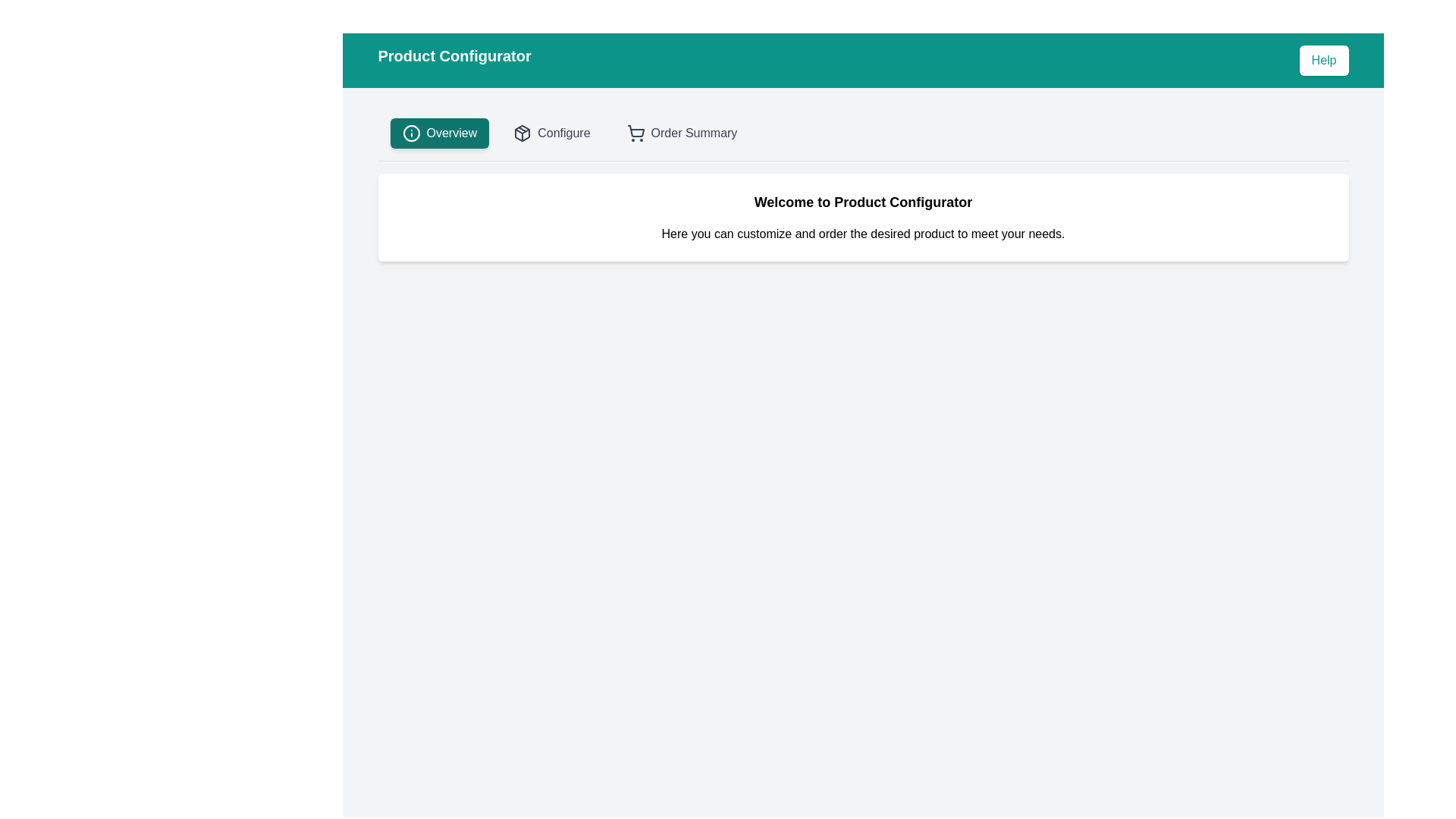 The image size is (1456, 819). What do you see at coordinates (563, 133) in the screenshot?
I see `the 'Configure' text-based navigation button, which is displayed in gray font within the green top navigation bar` at bounding box center [563, 133].